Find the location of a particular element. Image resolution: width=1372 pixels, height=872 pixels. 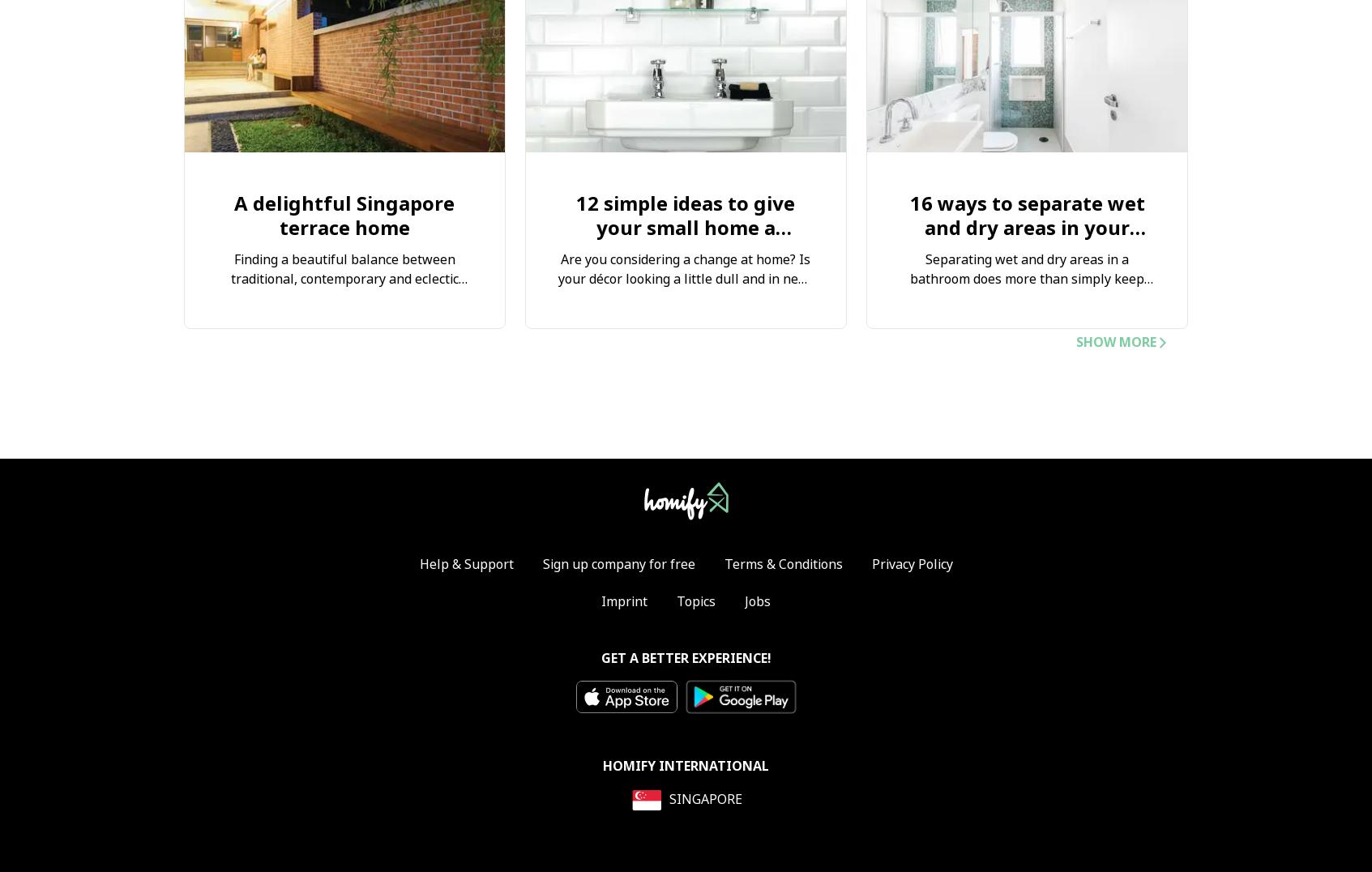

'Our mission is to bring you closer to your
home, and to produce a dwelling that invites you in with its well-designed
interior aesthetics. Discover our 12 simple ideas below…' is located at coordinates (684, 374).